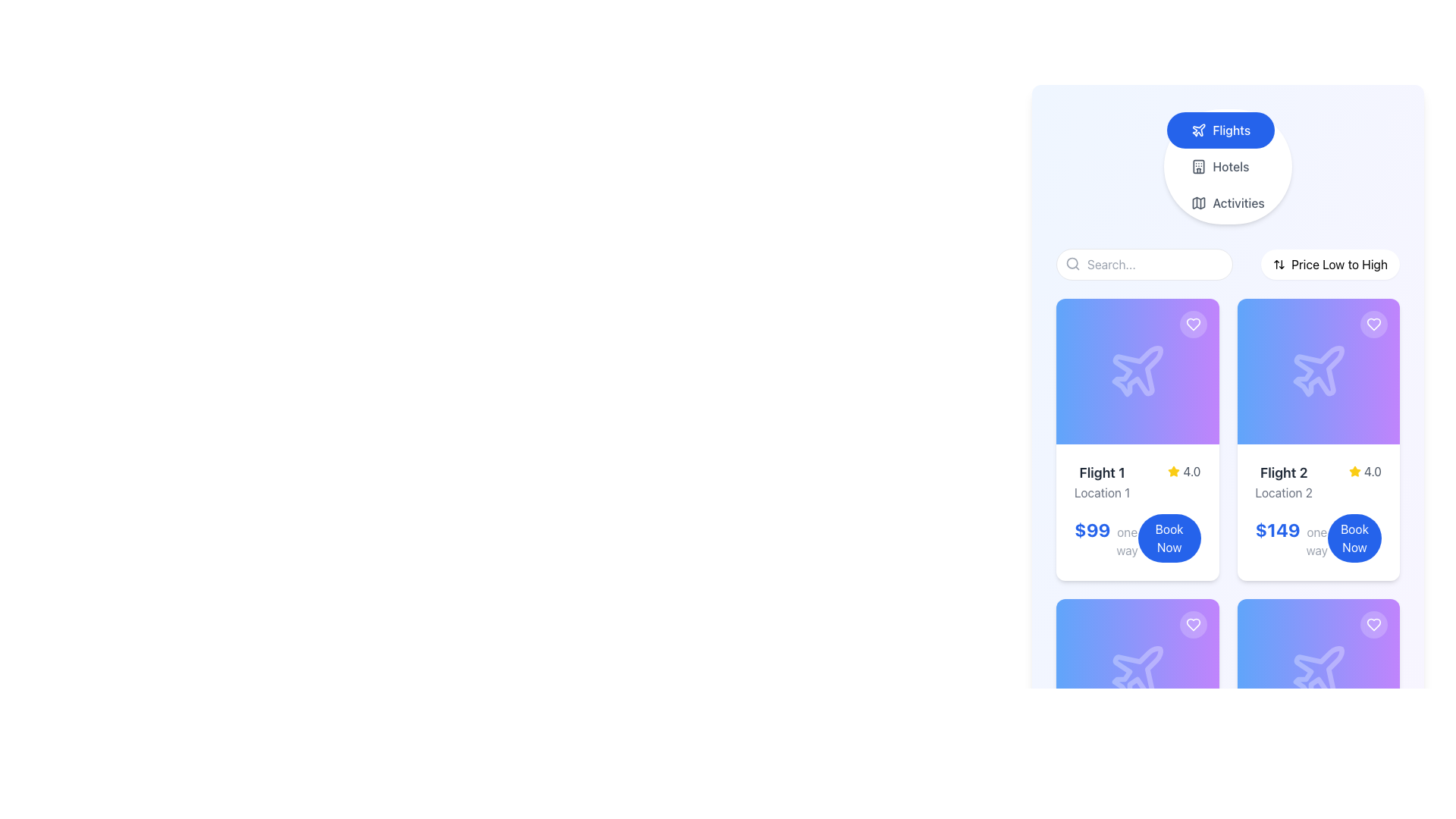 This screenshot has width=1456, height=819. I want to click on the 'Book Now' button in the interactive composite element for Flight 1, so click(1137, 537).